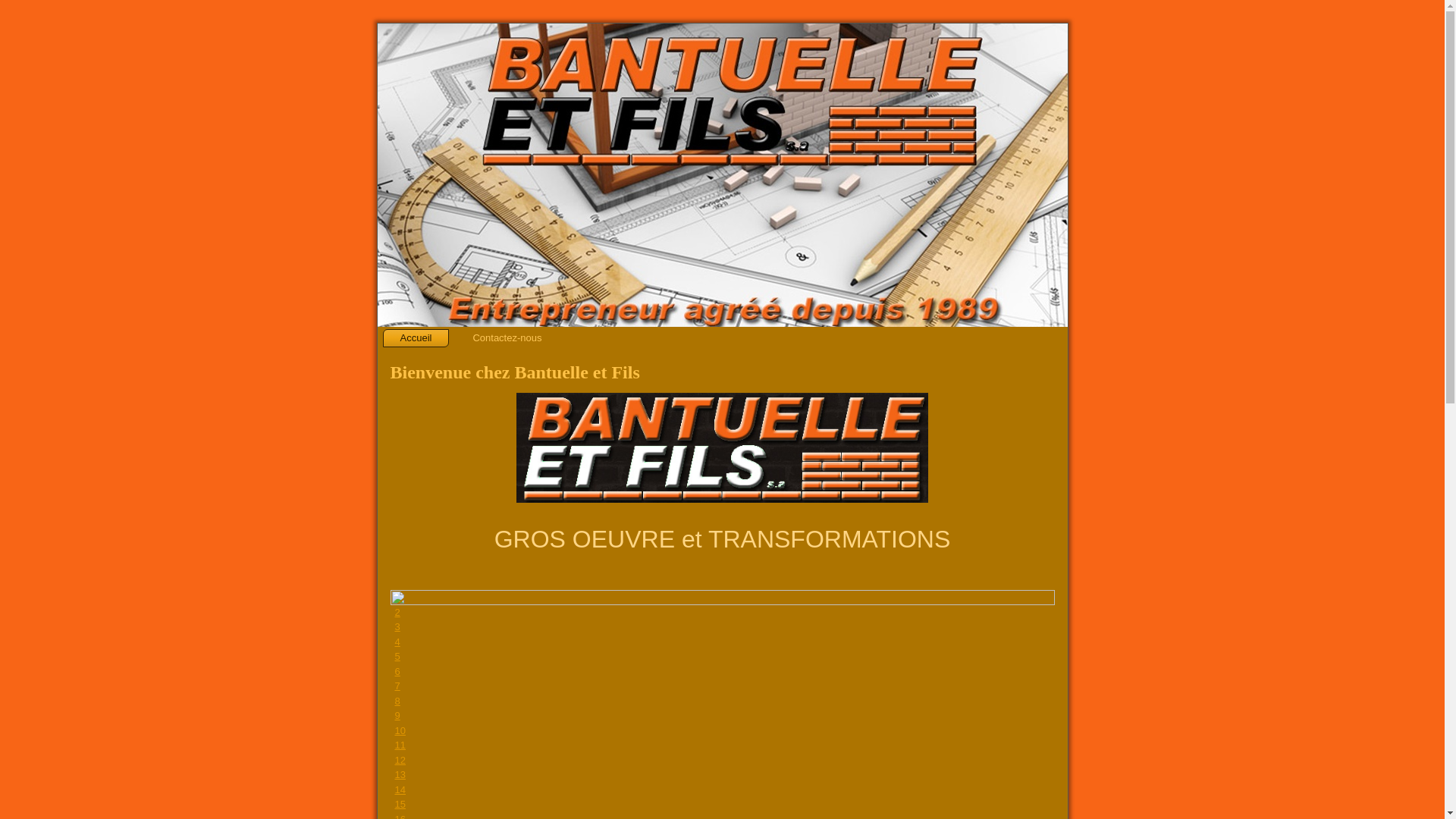 This screenshot has height=819, width=1456. I want to click on '11', so click(400, 744).